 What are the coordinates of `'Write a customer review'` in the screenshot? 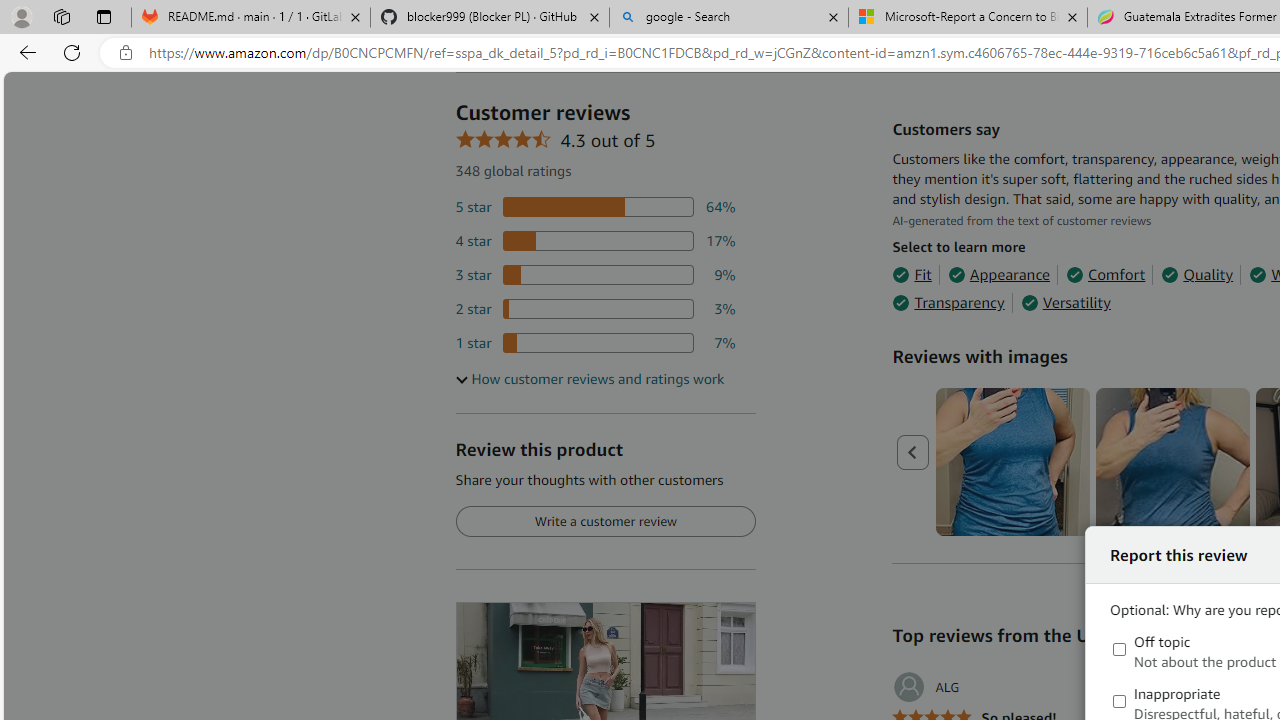 It's located at (604, 521).